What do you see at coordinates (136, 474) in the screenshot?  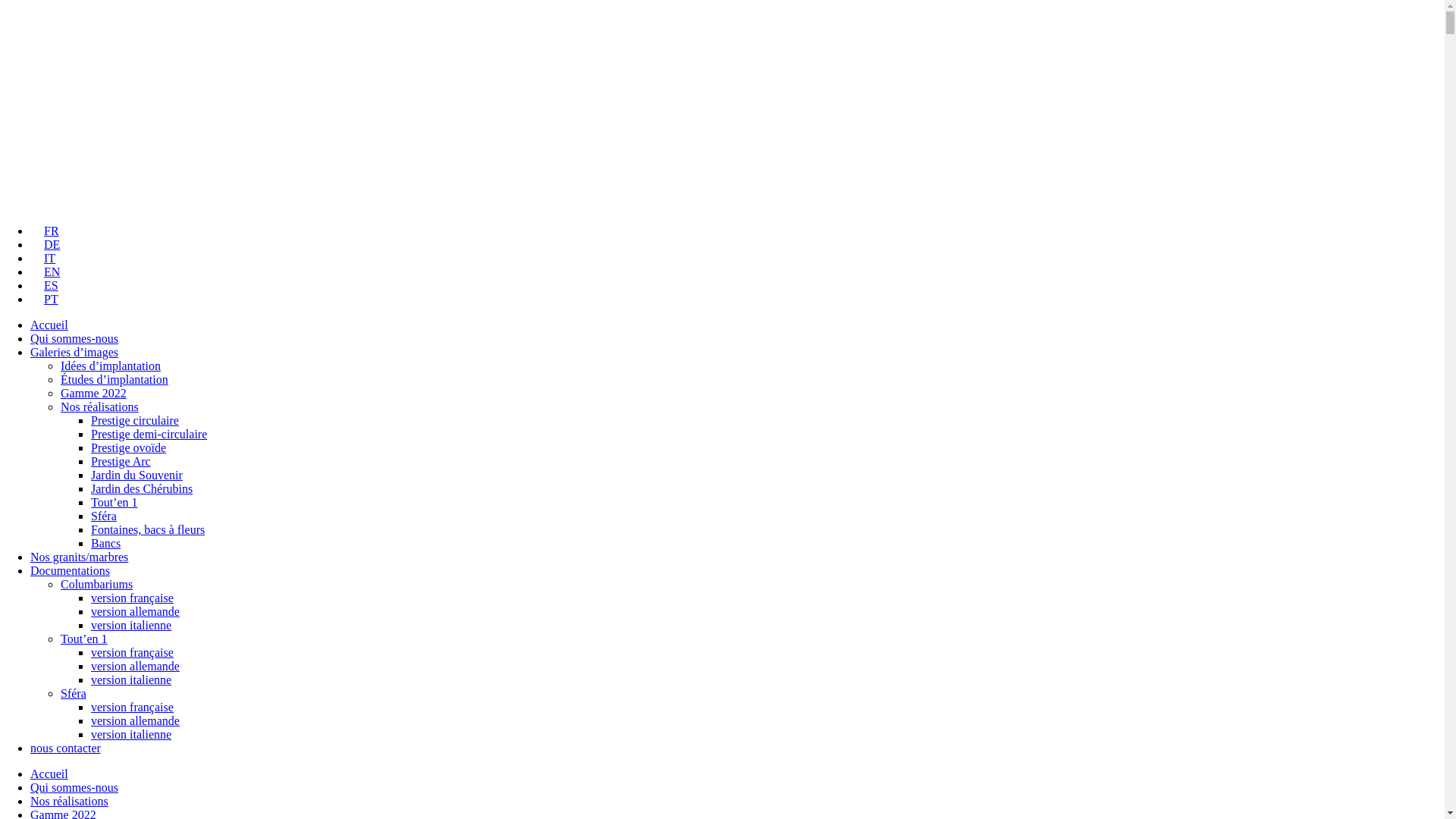 I see `'Jardin du Souvenir'` at bounding box center [136, 474].